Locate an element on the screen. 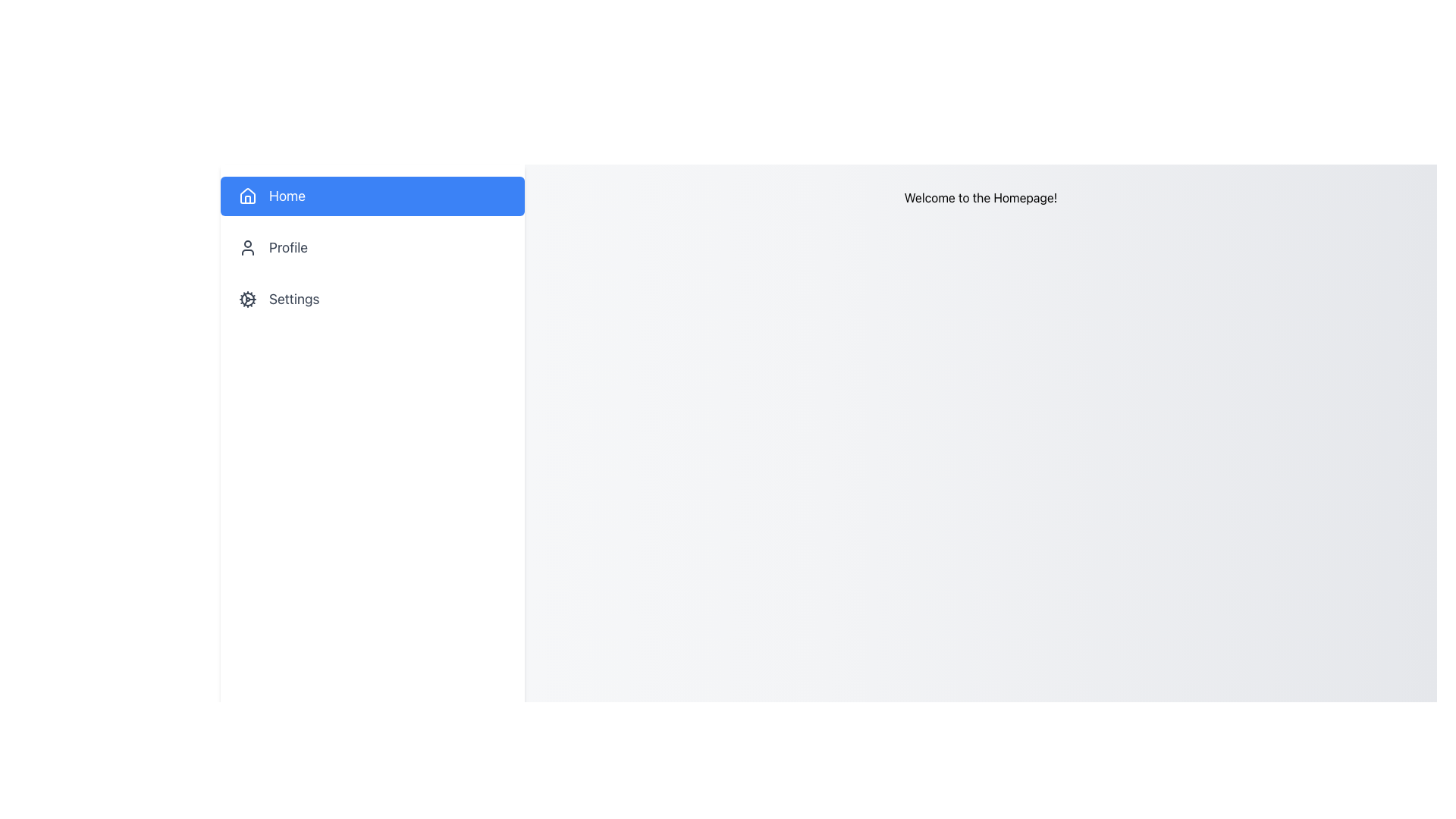 The image size is (1456, 819). the 'Settings' button in the sidebar menu for keyboard navigation is located at coordinates (372, 299).